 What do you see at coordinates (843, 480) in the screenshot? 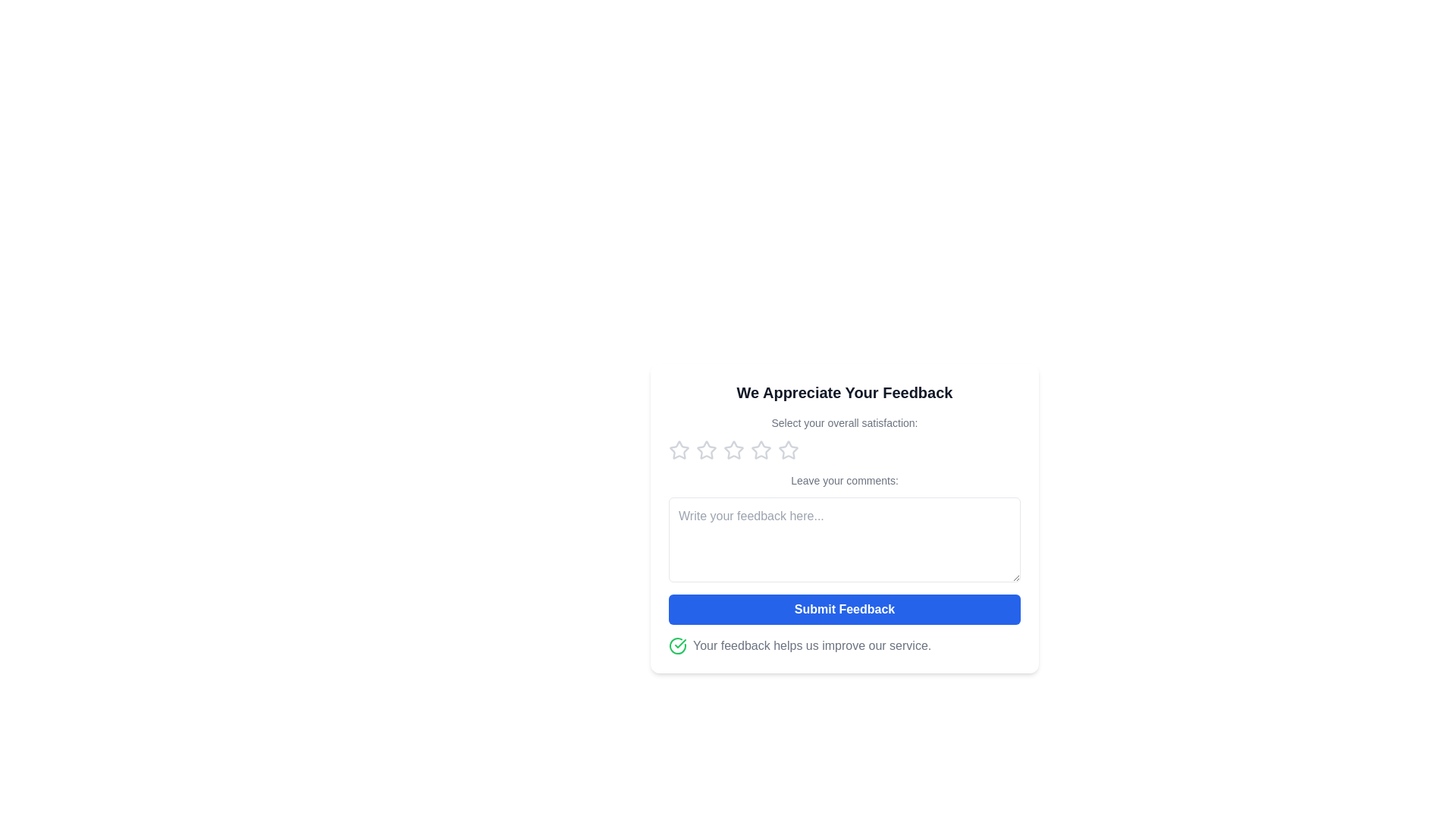
I see `the text label that reads 'Leave your comments:', which is located within the feedback form interface, below the star rating section and above the text area input field` at bounding box center [843, 480].